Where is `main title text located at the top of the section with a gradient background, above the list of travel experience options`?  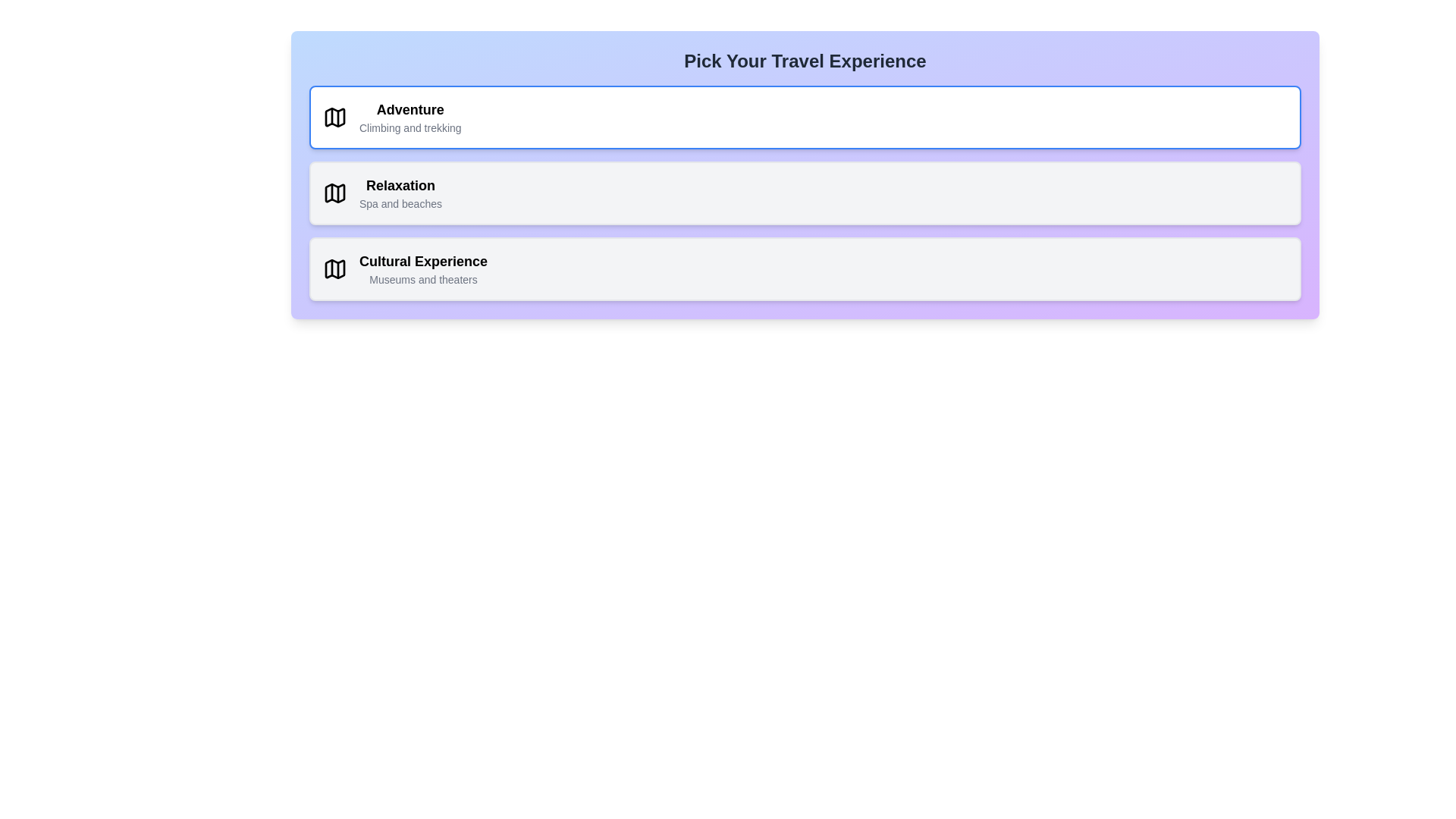 main title text located at the top of the section with a gradient background, above the list of travel experience options is located at coordinates (804, 61).